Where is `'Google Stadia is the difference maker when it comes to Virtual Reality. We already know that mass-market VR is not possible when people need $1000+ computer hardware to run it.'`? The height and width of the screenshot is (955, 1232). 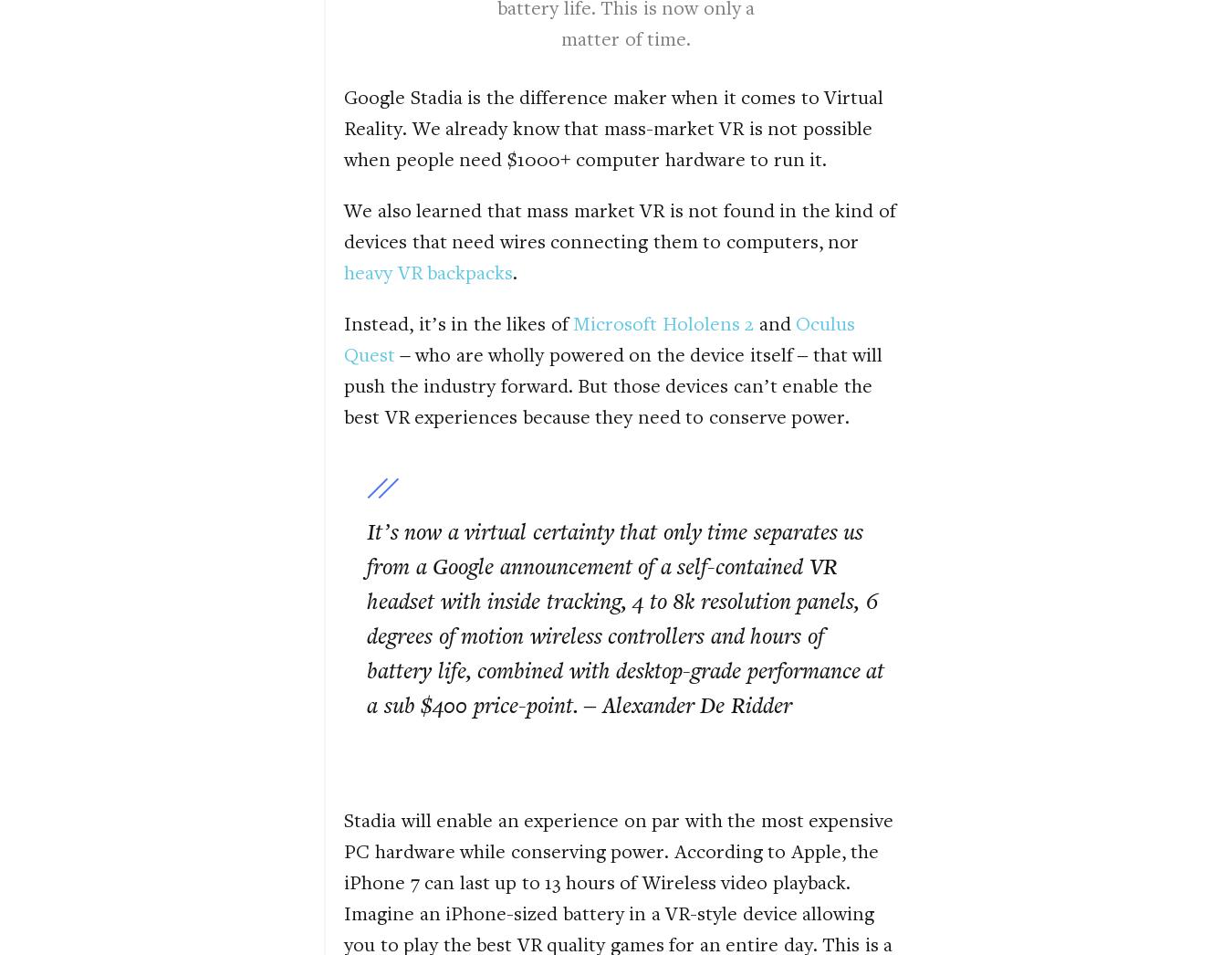 'Google Stadia is the difference maker when it comes to Virtual Reality. We already know that mass-market VR is not possible when people need $1000+ computer hardware to run it.' is located at coordinates (613, 126).